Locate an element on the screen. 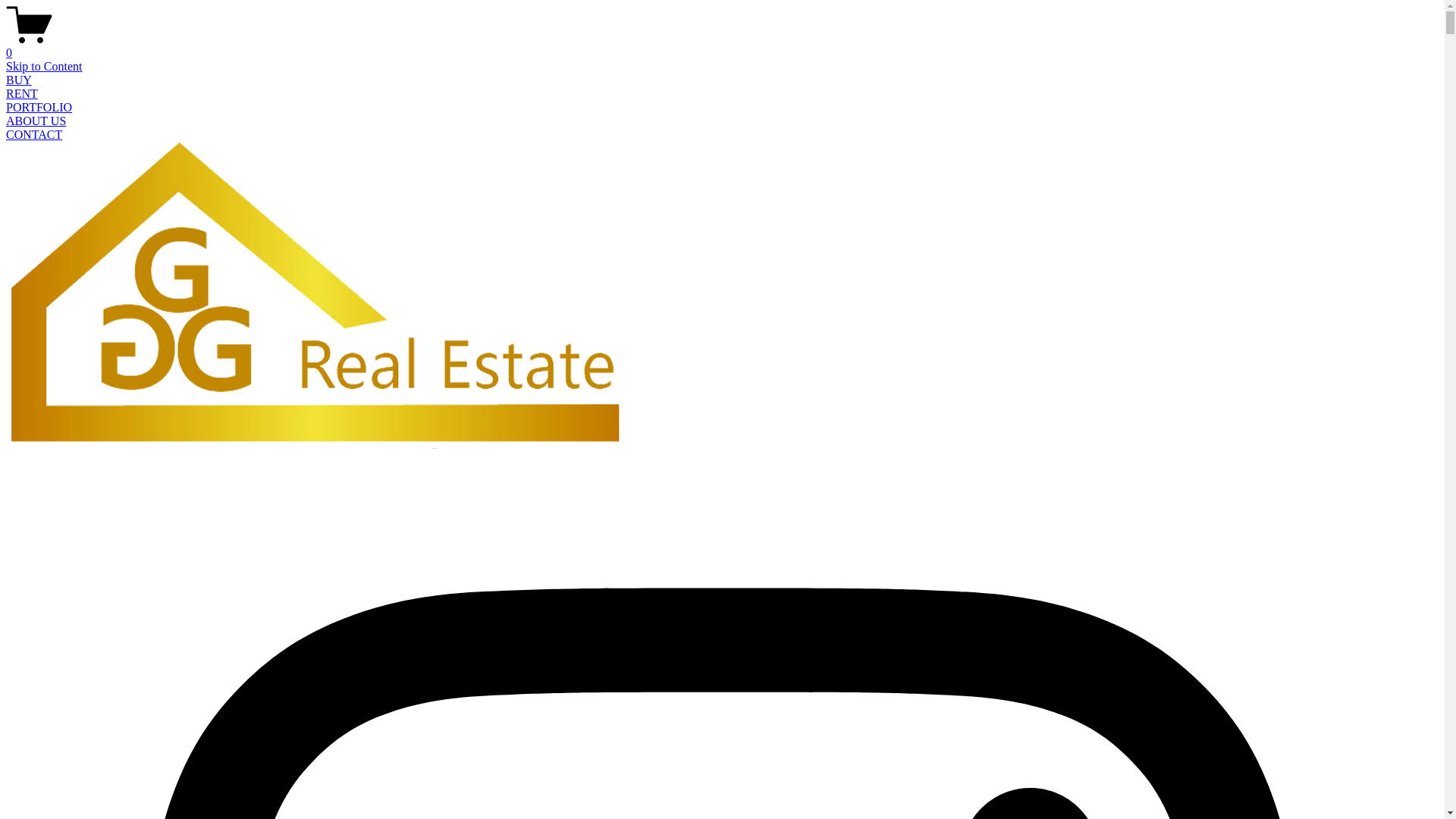 The image size is (1456, 819). 'RENT' is located at coordinates (21, 93).